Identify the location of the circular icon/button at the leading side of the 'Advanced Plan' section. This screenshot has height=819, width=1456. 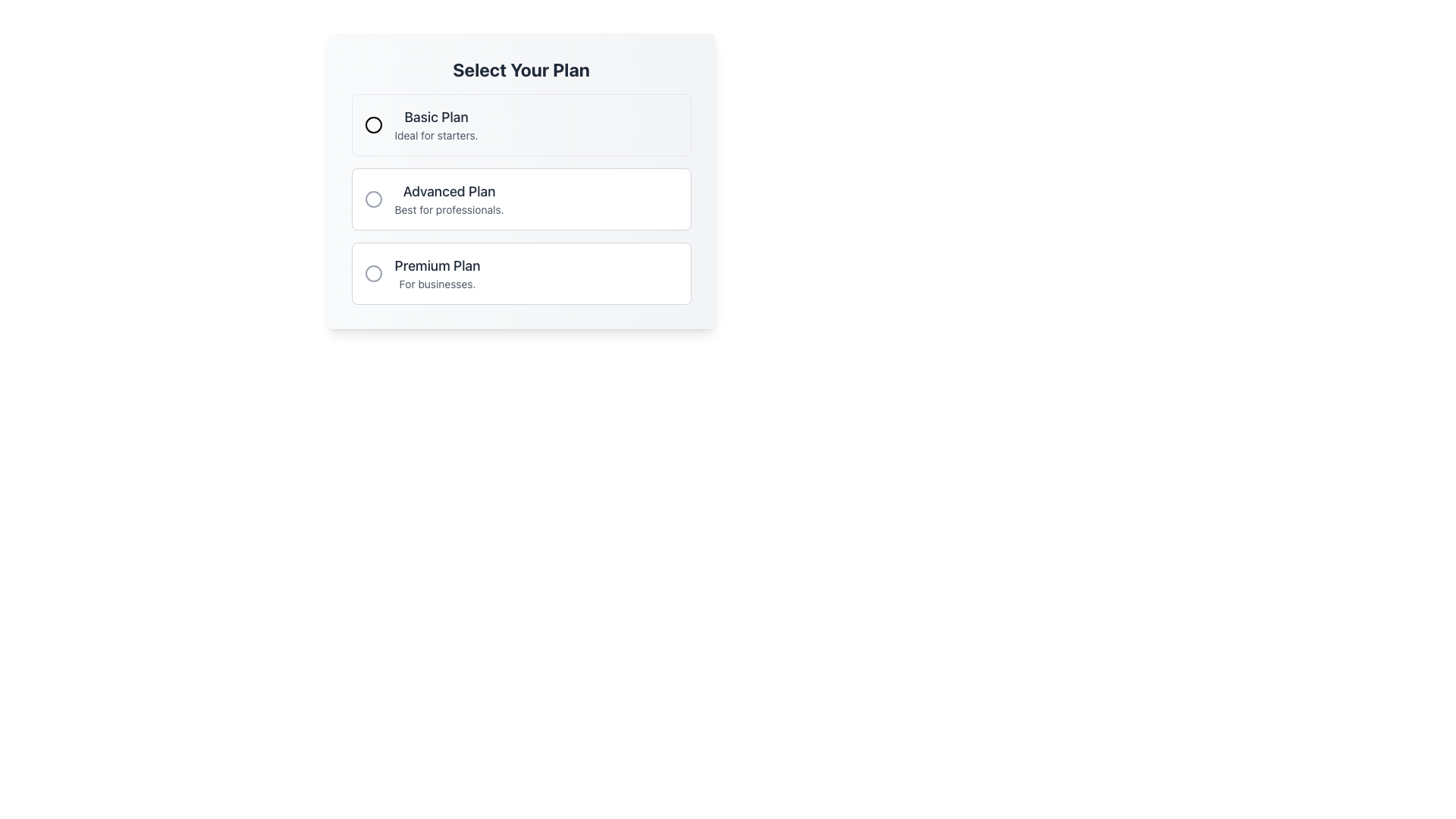
(373, 198).